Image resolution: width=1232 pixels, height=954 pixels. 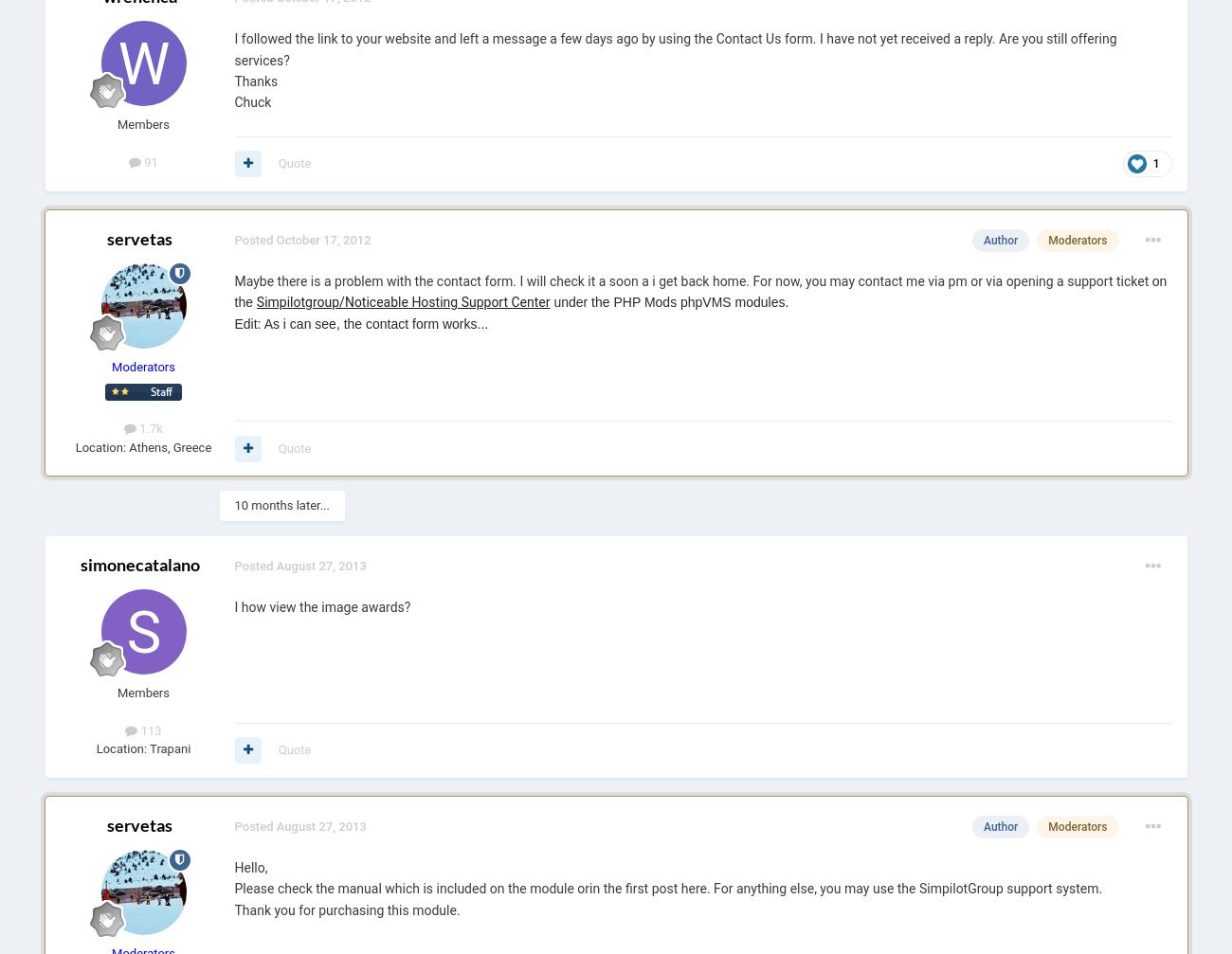 What do you see at coordinates (666, 888) in the screenshot?
I see `'Please check the manual which is included on the module orin the first post here. For anything else, you may use the SimpilotGroup support system.'` at bounding box center [666, 888].